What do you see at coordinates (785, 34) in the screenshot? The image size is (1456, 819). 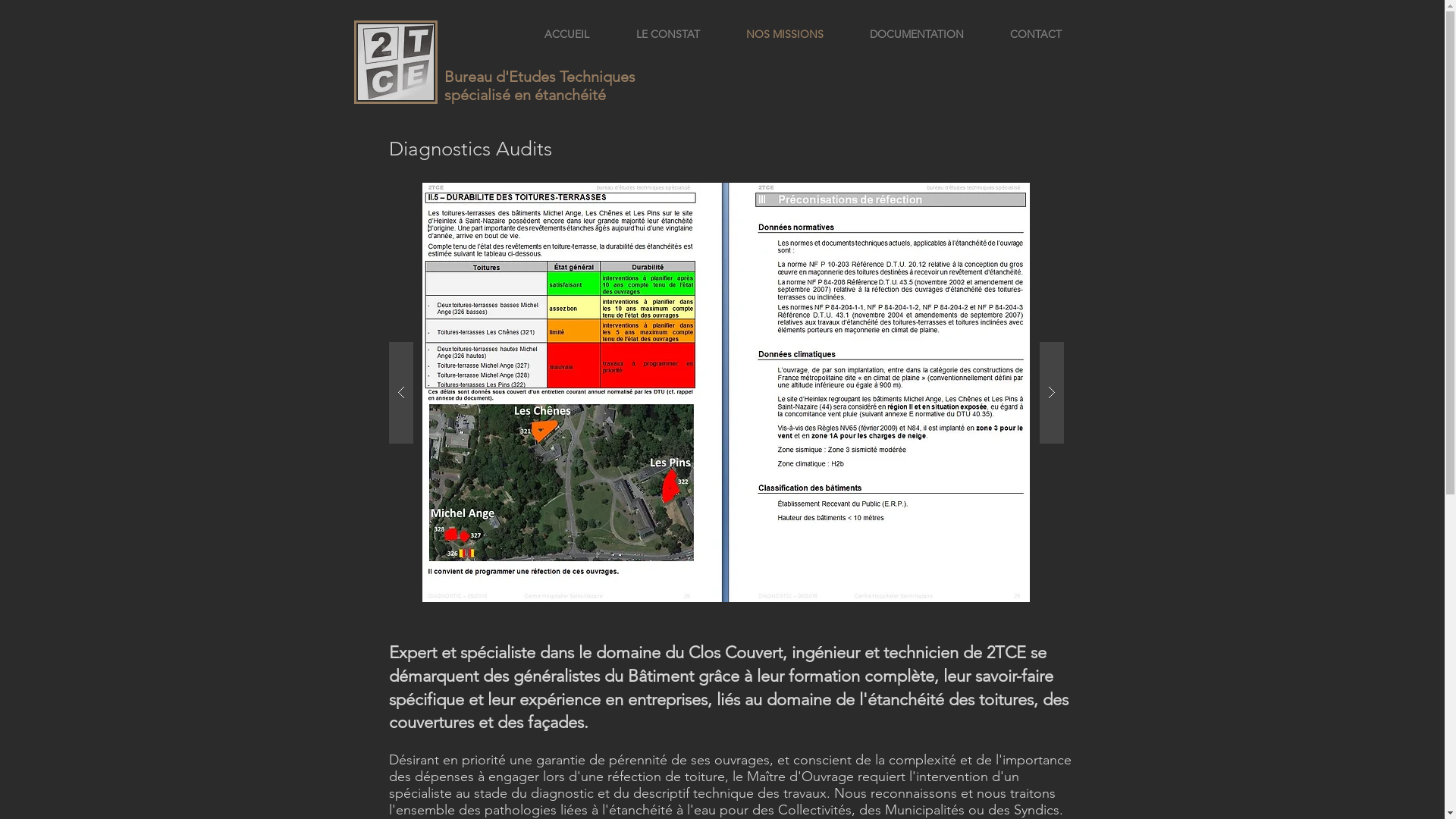 I see `'NOS MISSIONS'` at bounding box center [785, 34].